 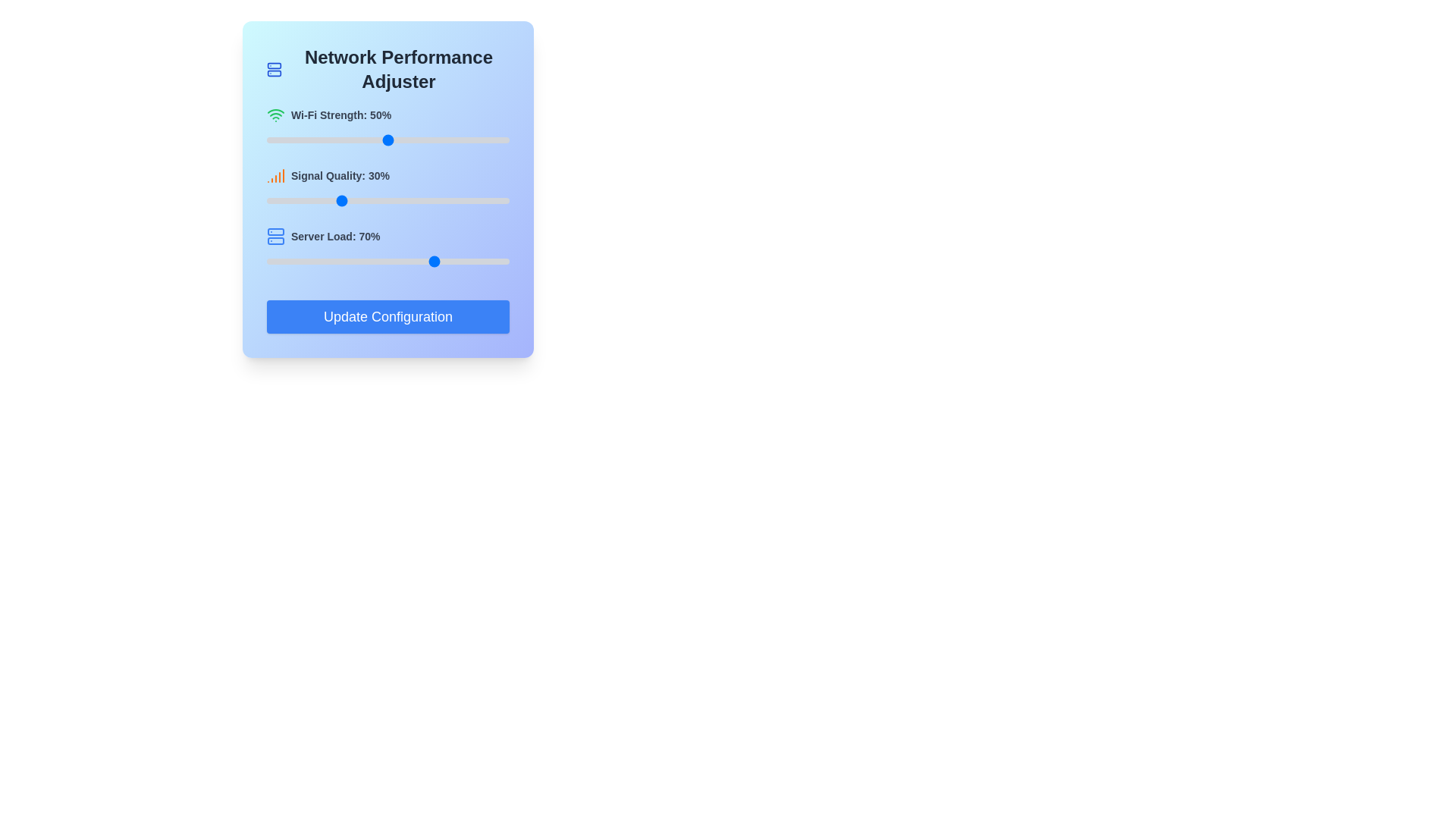 What do you see at coordinates (388, 247) in the screenshot?
I see `the slider labeled 'Server Load: 70%' which is part of the 'Network Performance Adjuster' section` at bounding box center [388, 247].